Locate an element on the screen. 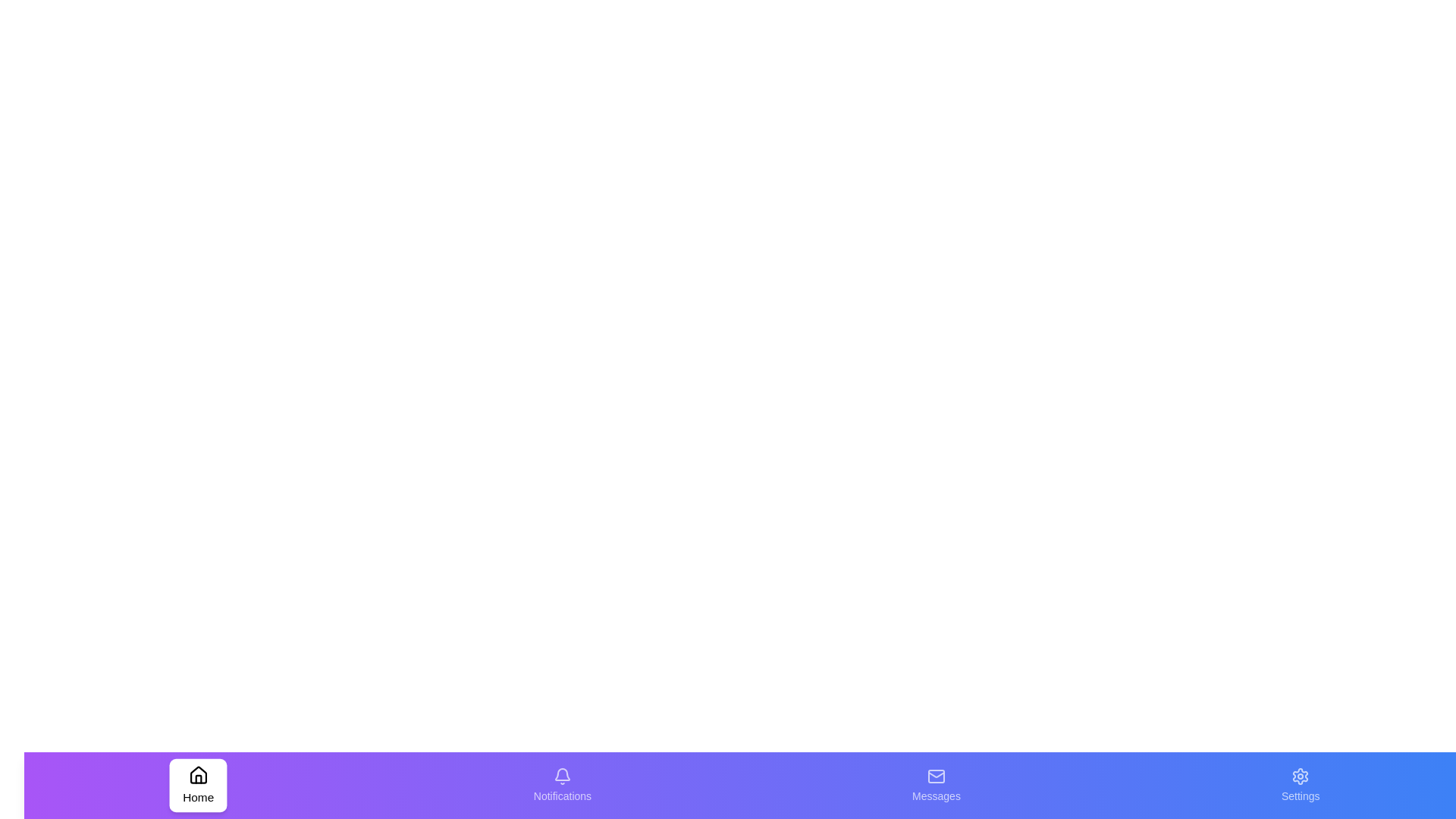  the tab corresponding to Settings by clicking its icon is located at coordinates (1299, 785).